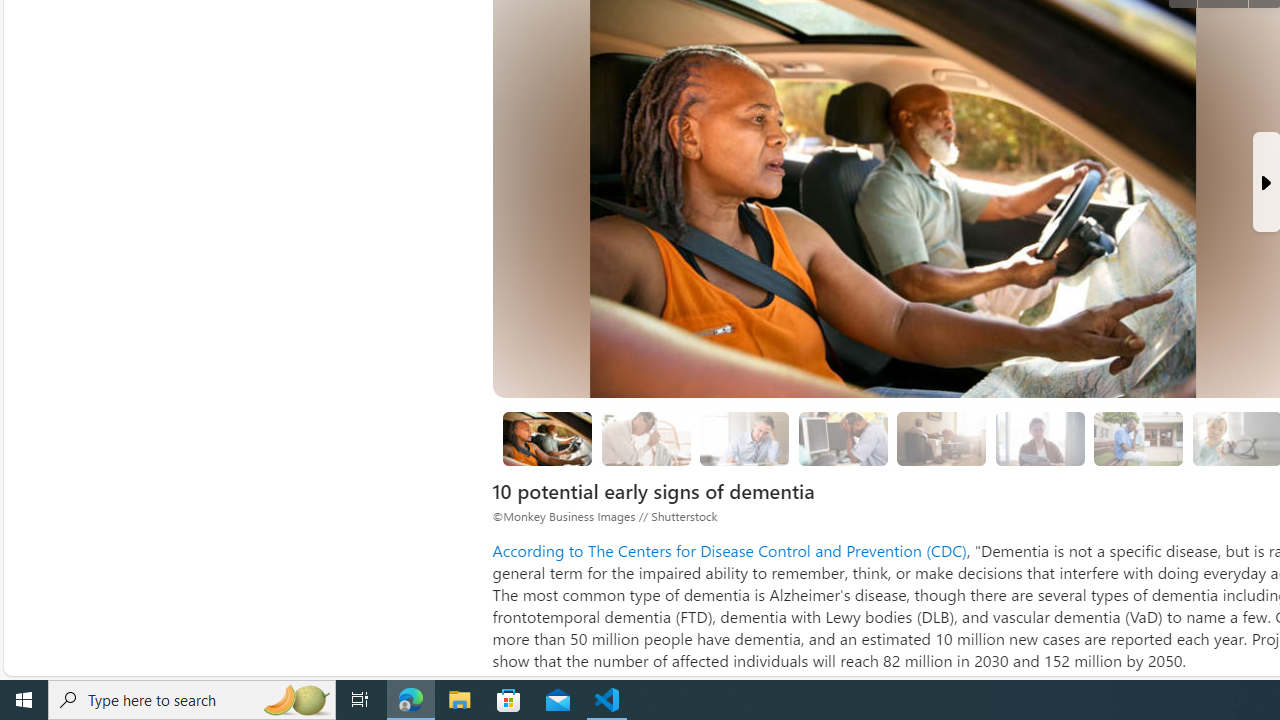 Image resolution: width=1280 pixels, height=720 pixels. Describe the element at coordinates (743, 437) in the screenshot. I see `'Challenges in planning or solving problems'` at that location.